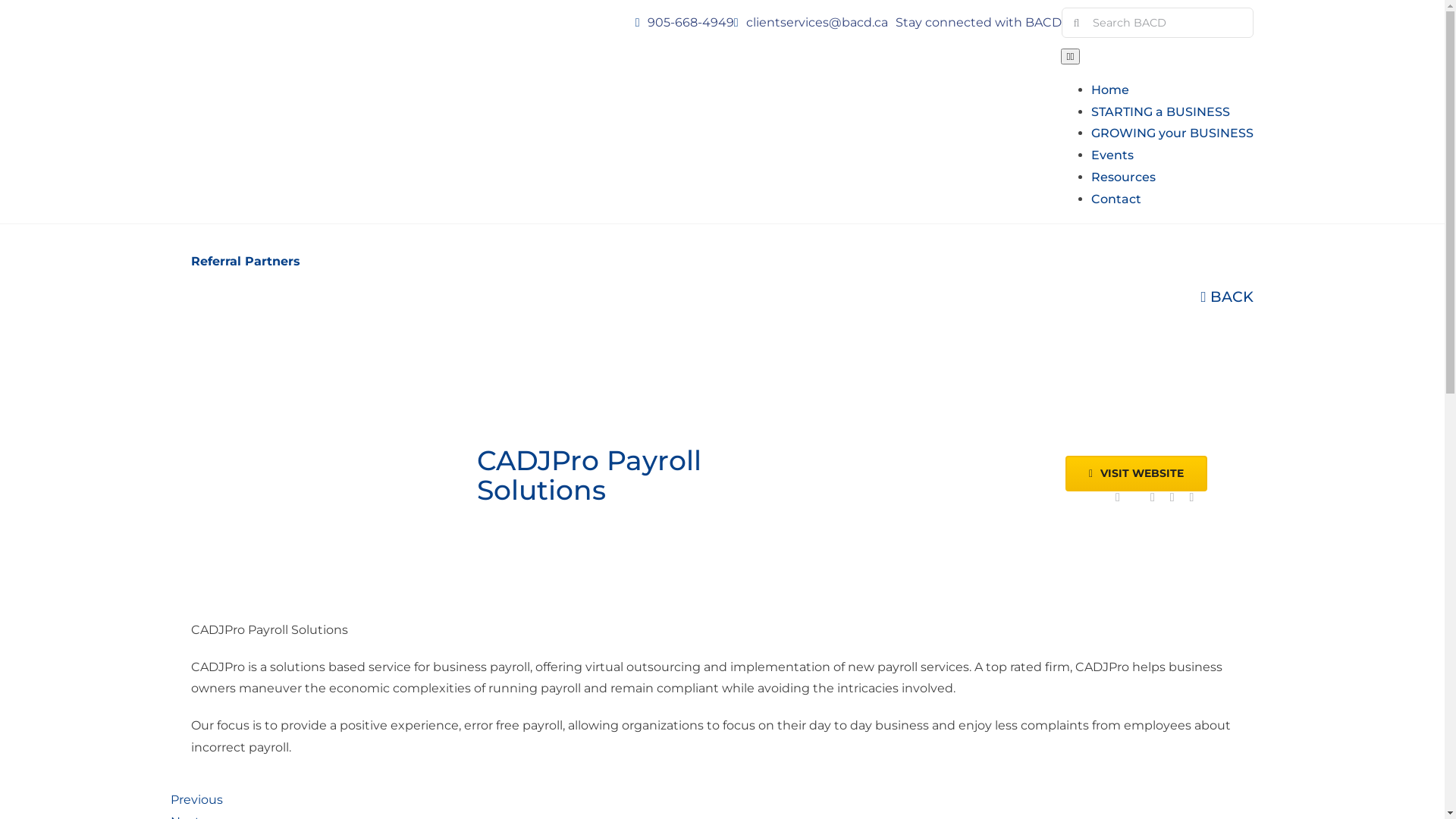 This screenshot has width=1456, height=819. Describe the element at coordinates (978, 22) in the screenshot. I see `'Stay connected with BACD'` at that location.